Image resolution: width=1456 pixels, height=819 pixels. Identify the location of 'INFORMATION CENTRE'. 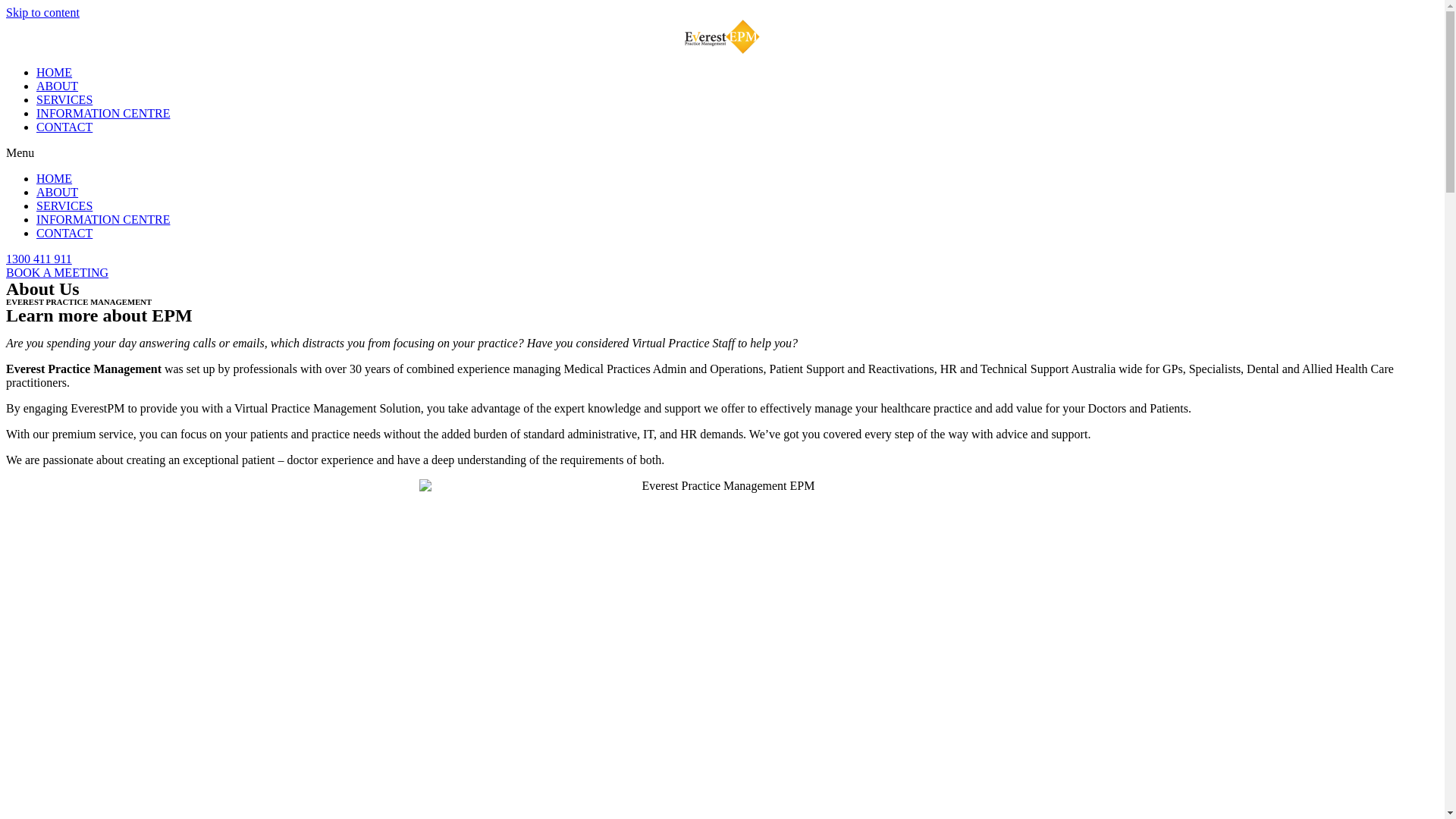
(102, 219).